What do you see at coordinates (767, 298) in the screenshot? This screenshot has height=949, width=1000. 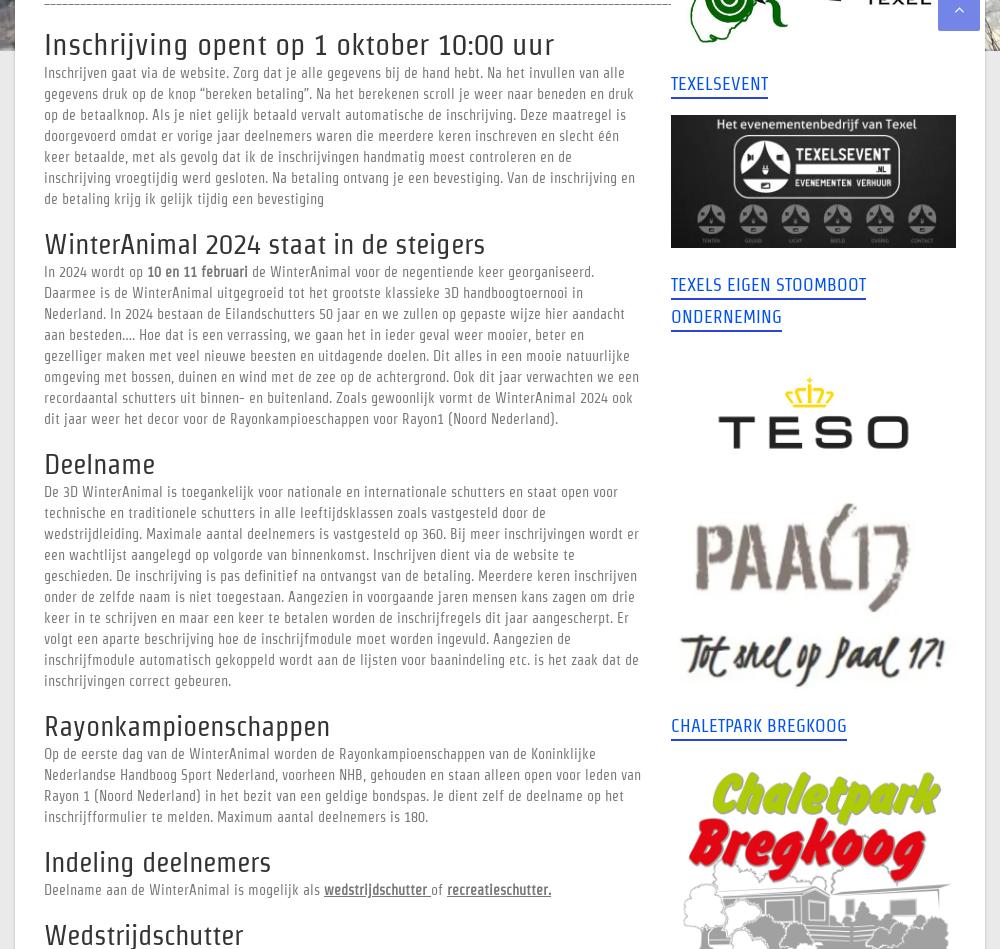 I see `'Texels Eigen Stoomboot Onderneming'` at bounding box center [767, 298].